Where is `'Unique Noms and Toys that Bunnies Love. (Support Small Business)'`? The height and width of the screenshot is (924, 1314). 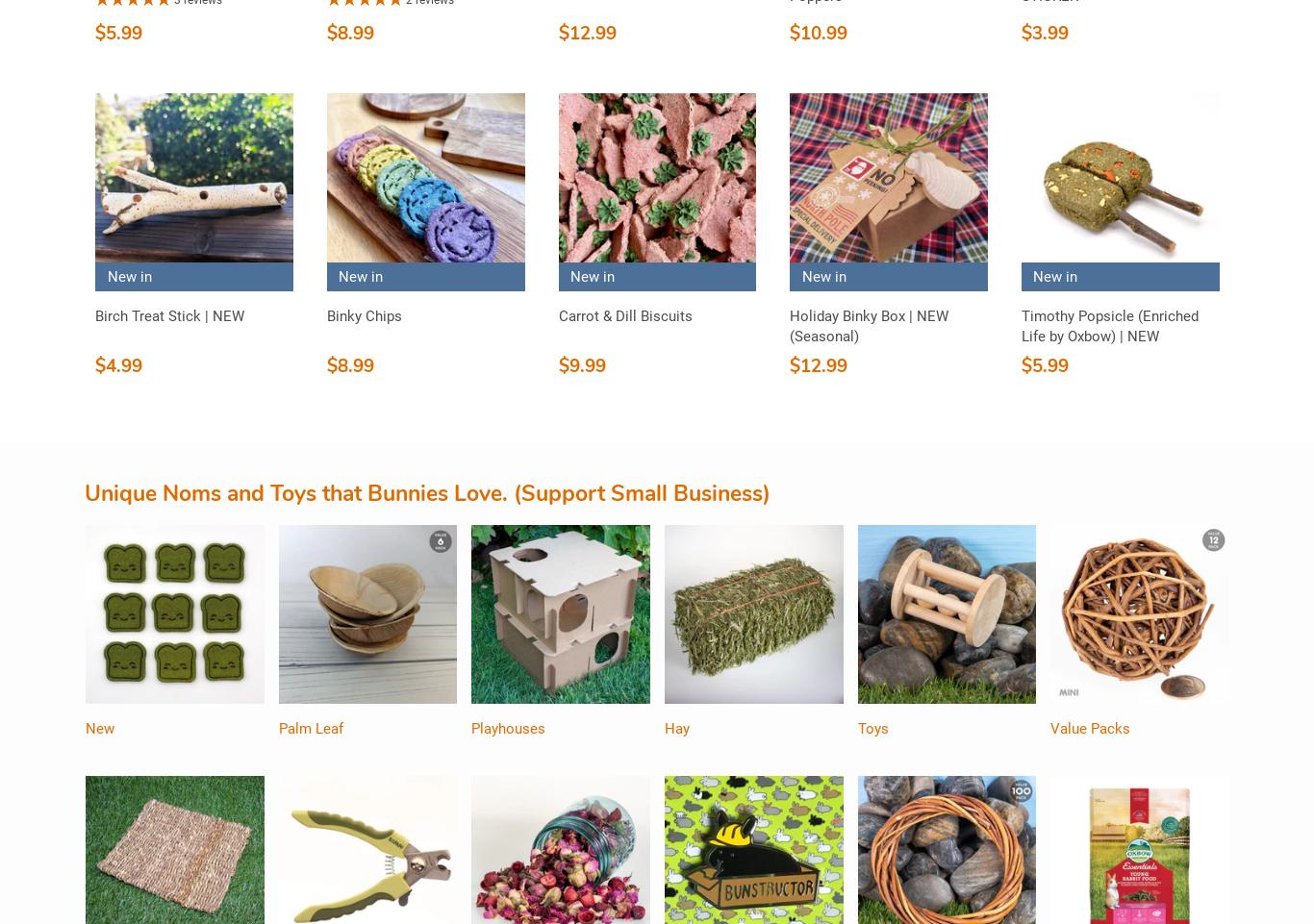
'Unique Noms and Toys that Bunnies Love. (Support Small Business)' is located at coordinates (426, 492).